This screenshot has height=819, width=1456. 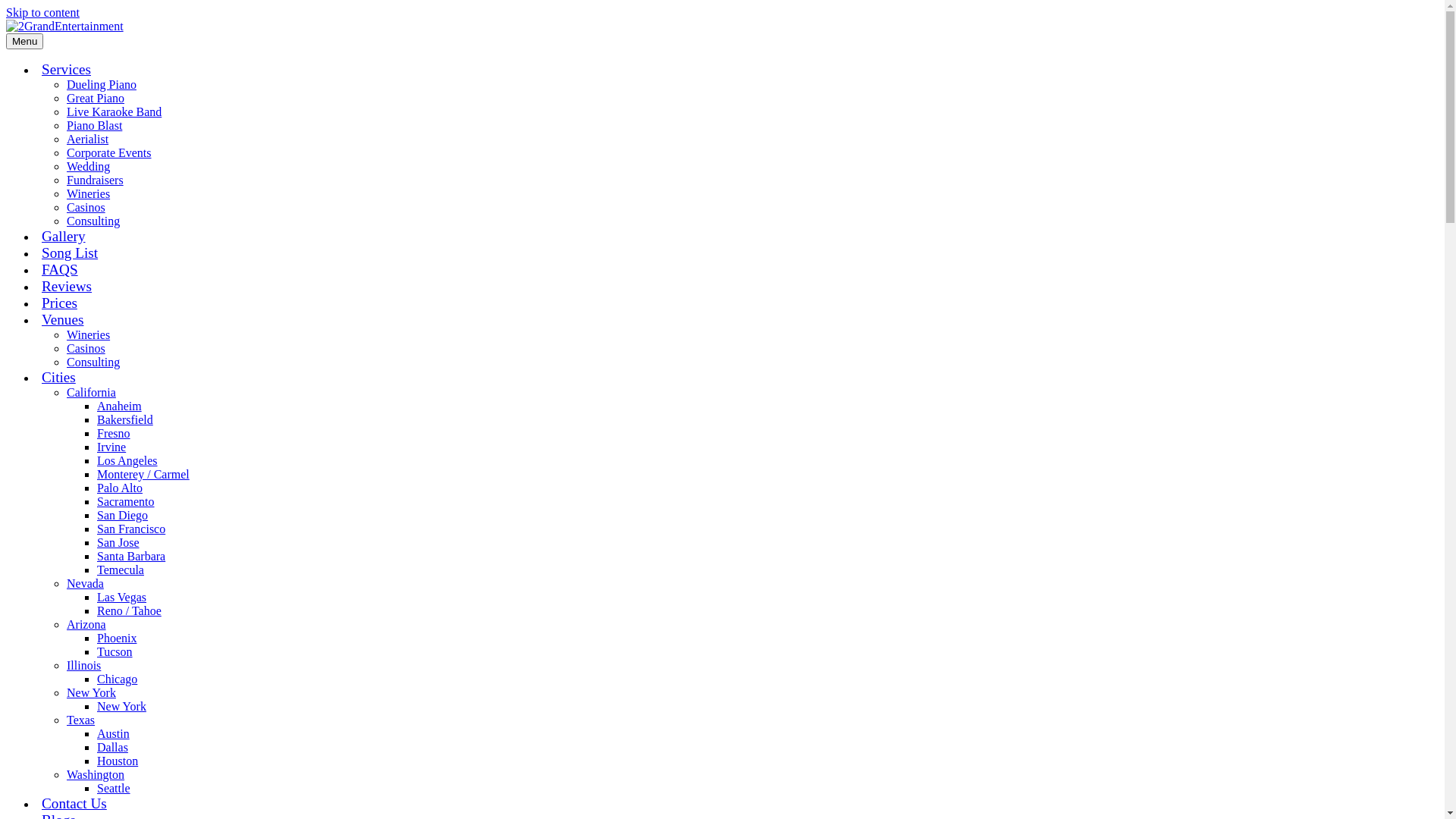 I want to click on 'Illinois', so click(x=83, y=664).